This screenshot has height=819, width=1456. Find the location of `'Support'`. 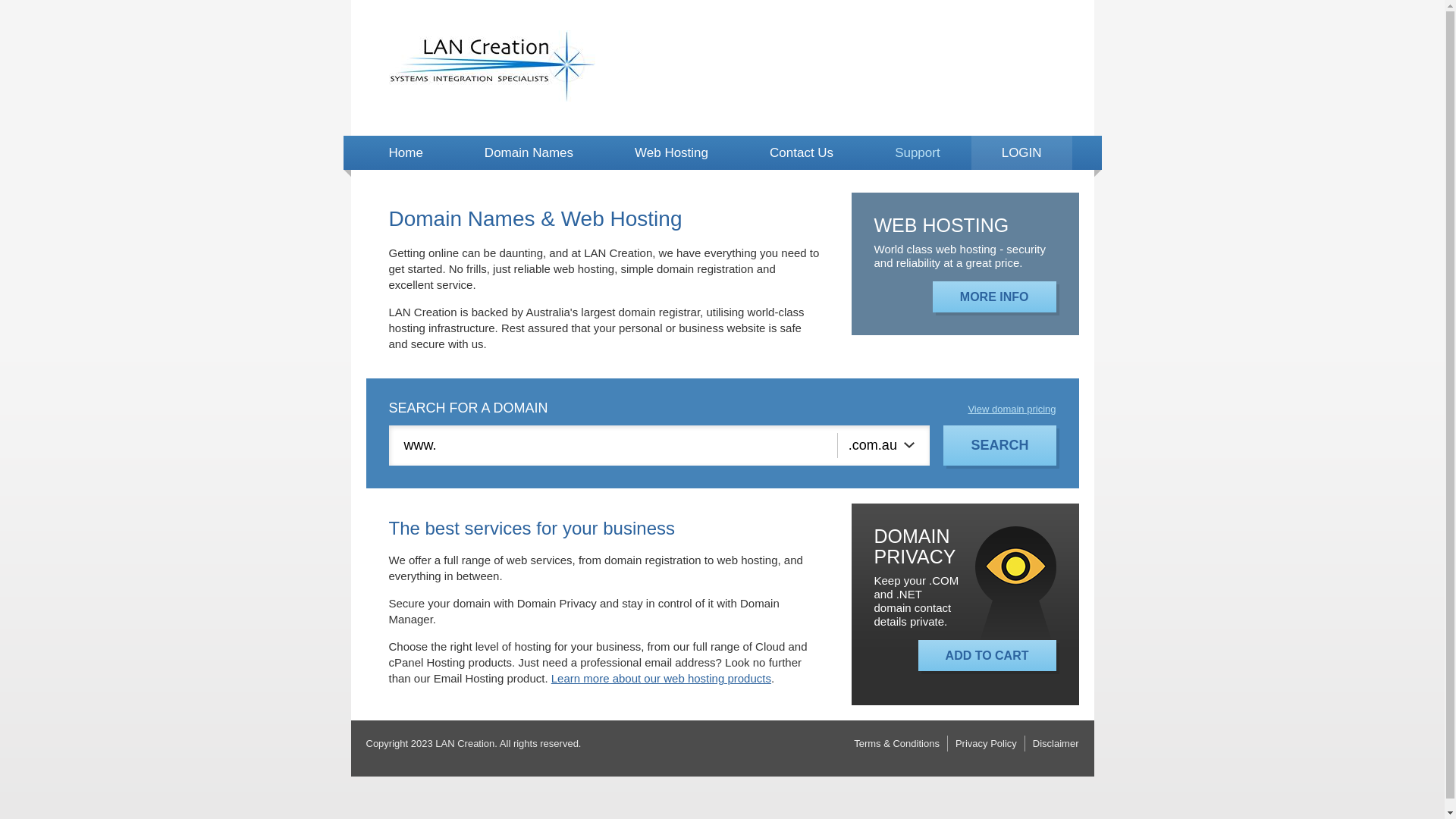

'Support' is located at coordinates (916, 152).